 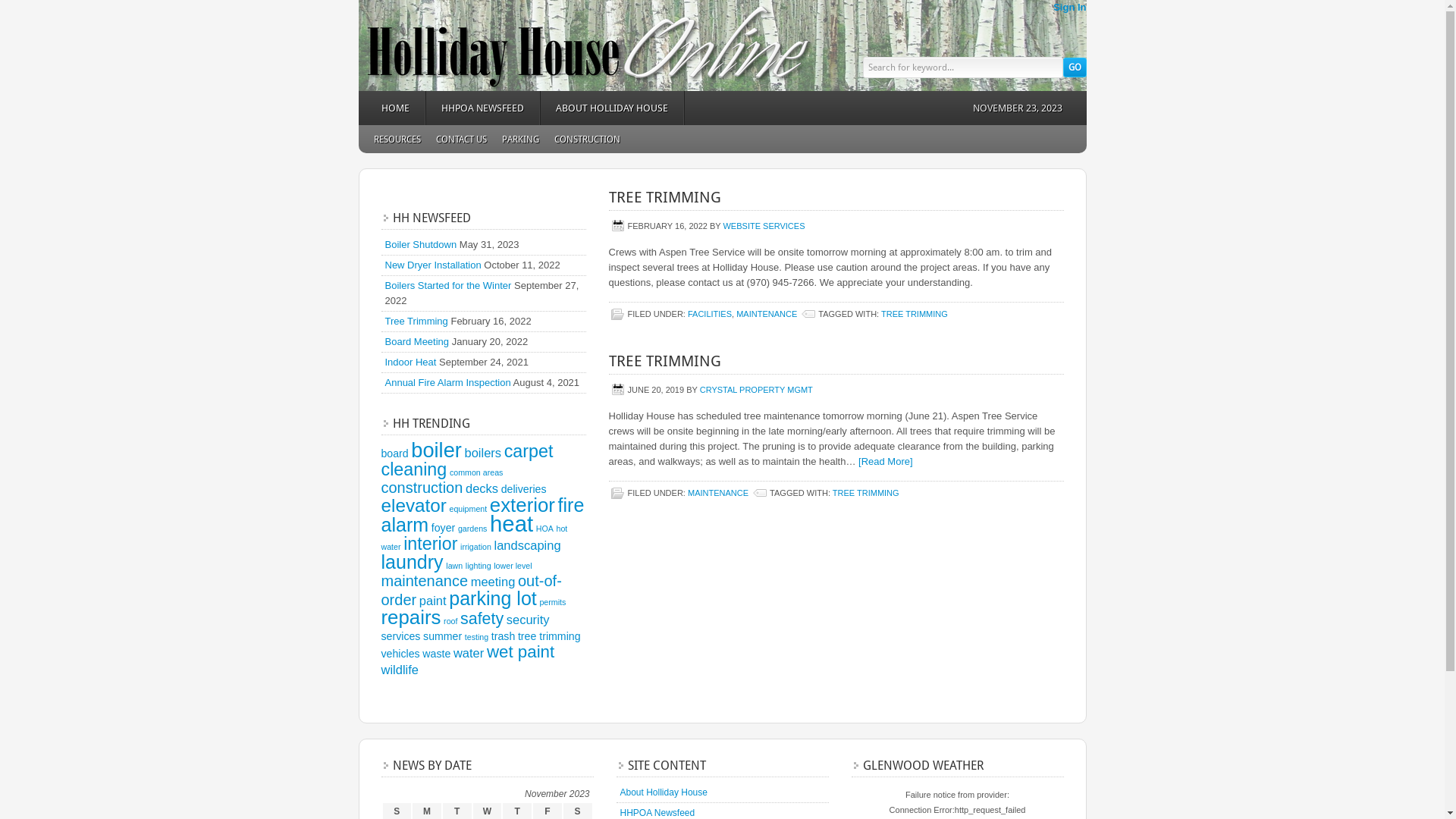 I want to click on 'parking lot', so click(x=447, y=598).